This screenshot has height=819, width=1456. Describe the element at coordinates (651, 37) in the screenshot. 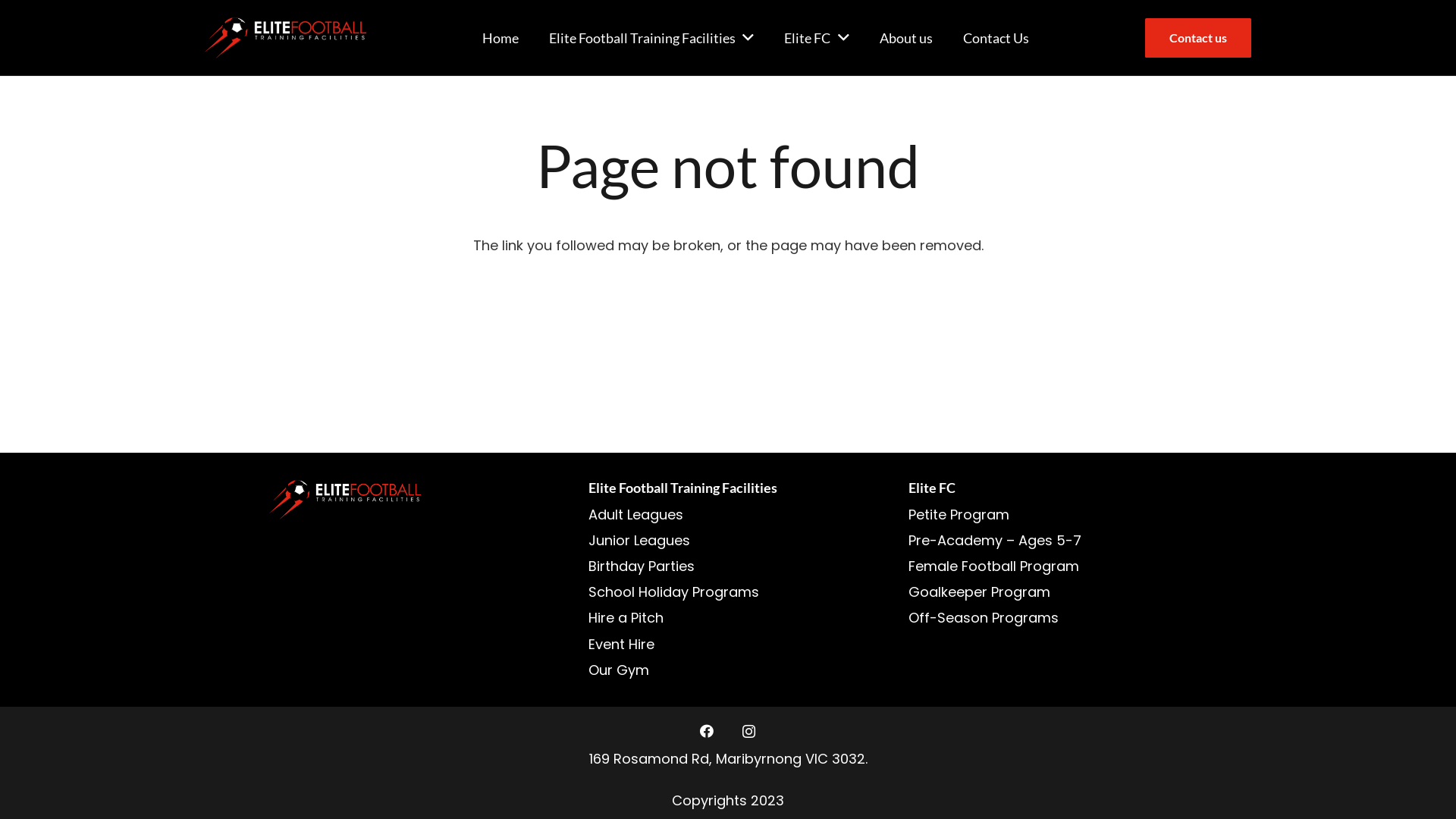

I see `'Elite Football Training Facilities'` at that location.